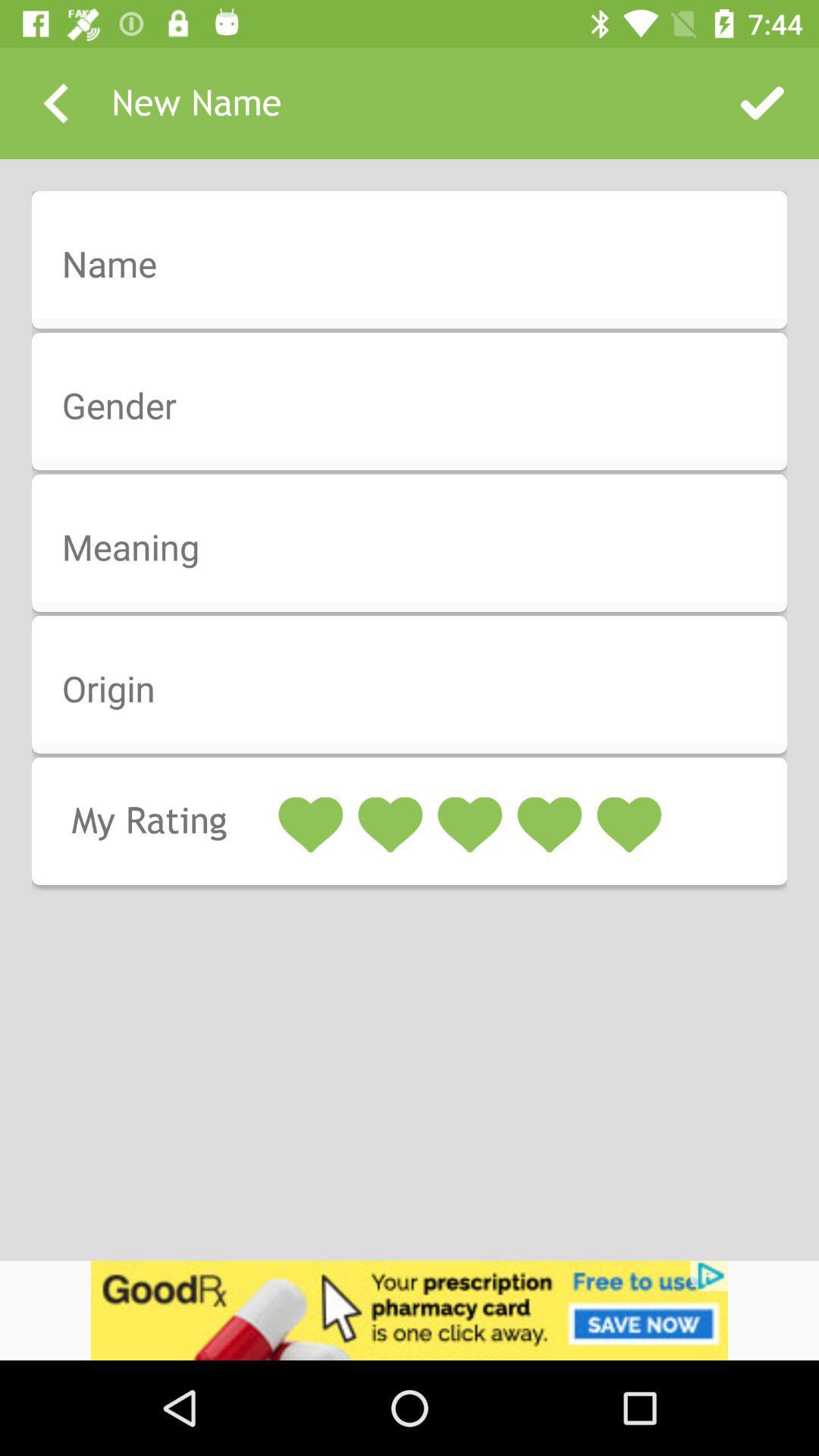 The width and height of the screenshot is (819, 1456). I want to click on go back, so click(55, 102).